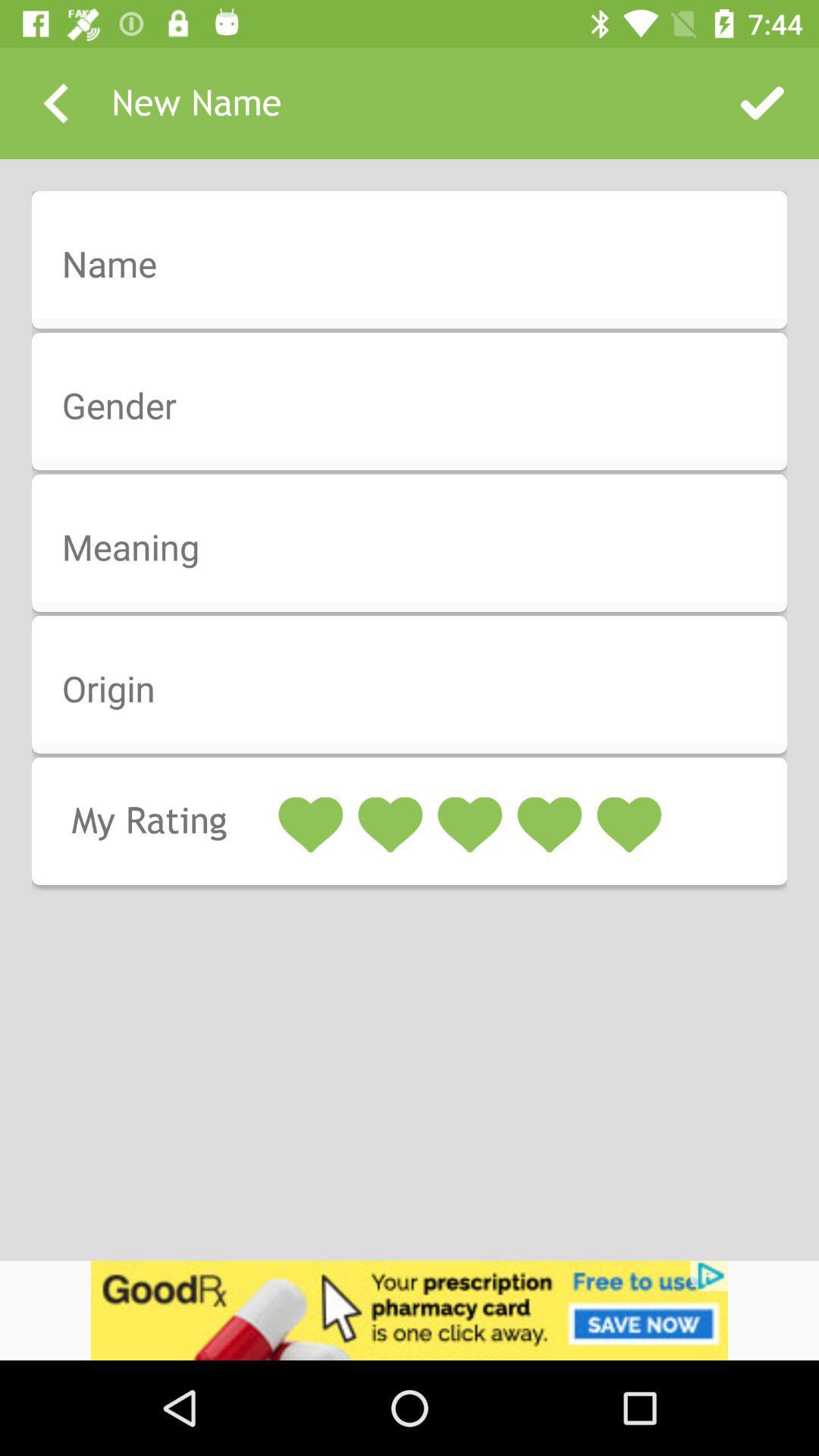 The width and height of the screenshot is (819, 1456). I want to click on go back, so click(55, 102).